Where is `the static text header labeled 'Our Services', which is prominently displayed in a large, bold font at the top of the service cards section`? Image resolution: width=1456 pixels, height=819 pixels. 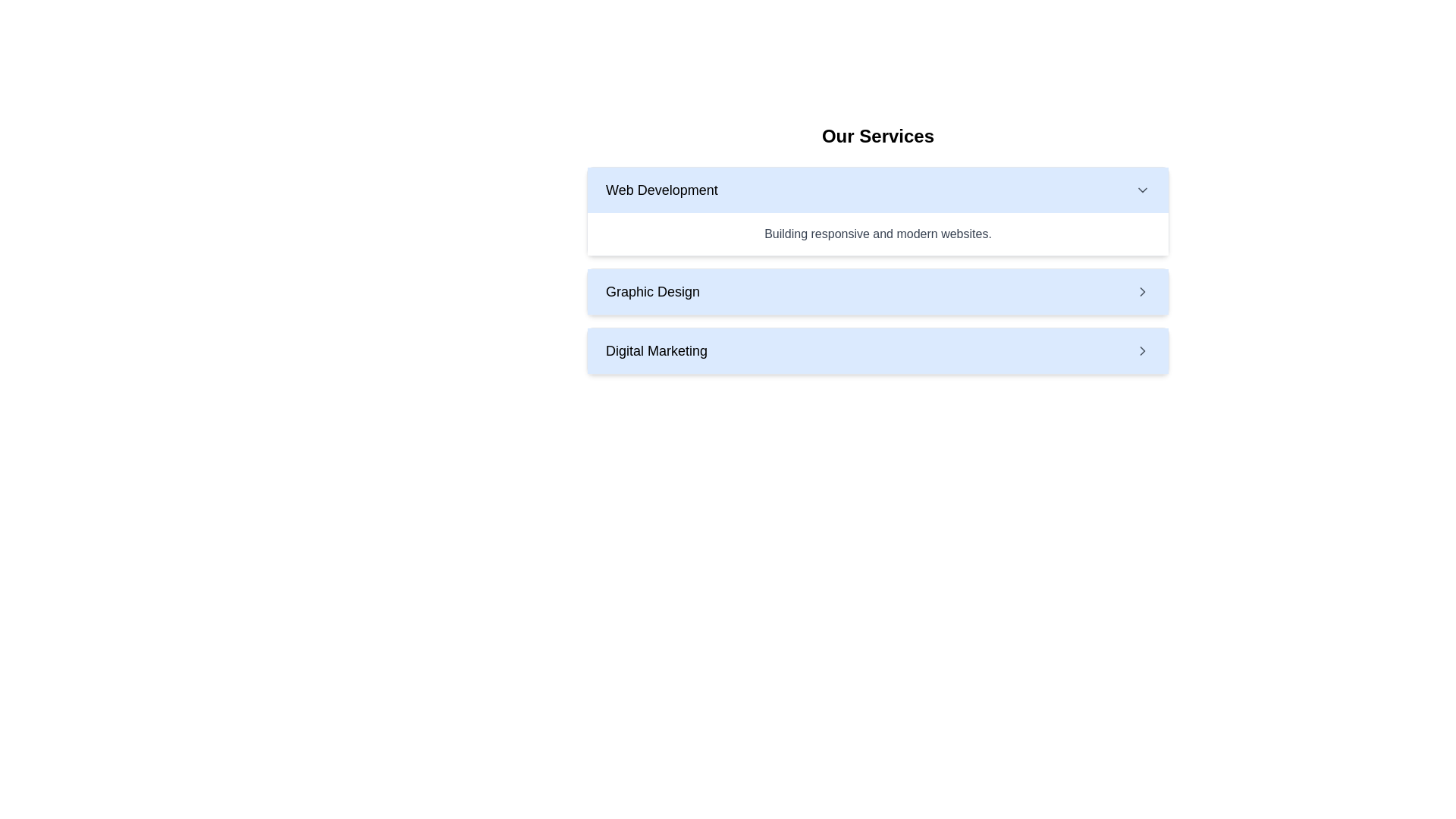 the static text header labeled 'Our Services', which is prominently displayed in a large, bold font at the top of the service cards section is located at coordinates (877, 136).